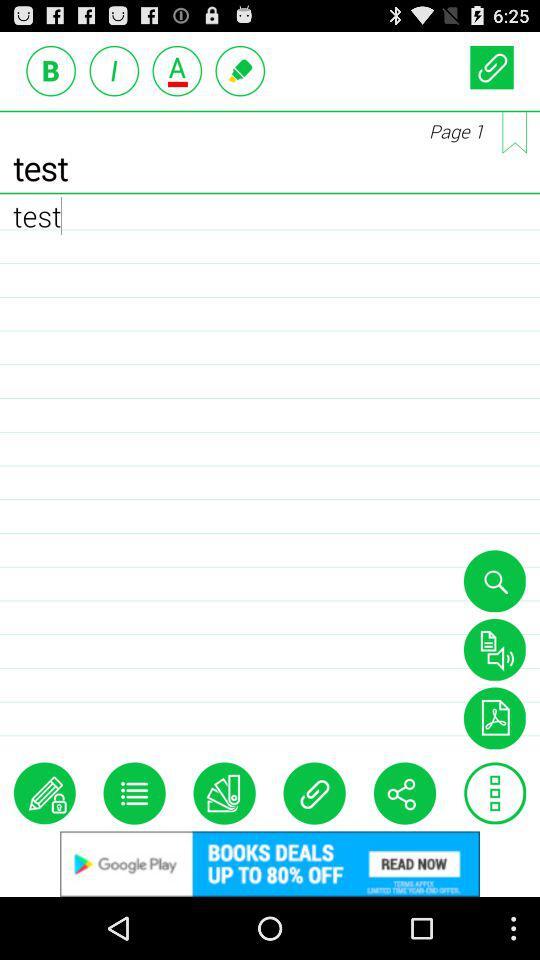  Describe the element at coordinates (493, 648) in the screenshot. I see `text to speak` at that location.